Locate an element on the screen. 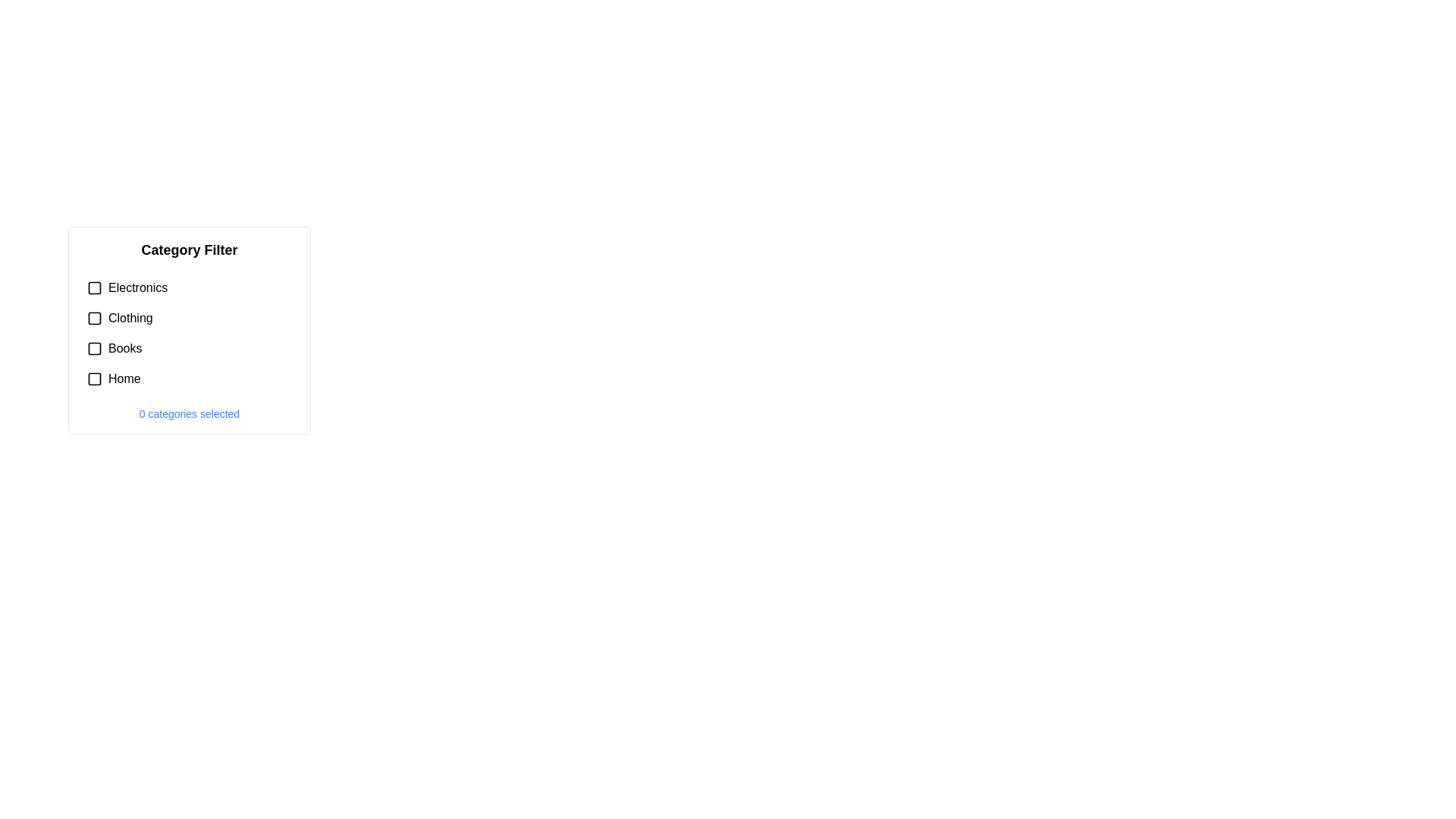 The image size is (1456, 819). the unselected checkbox icon is located at coordinates (93, 288).